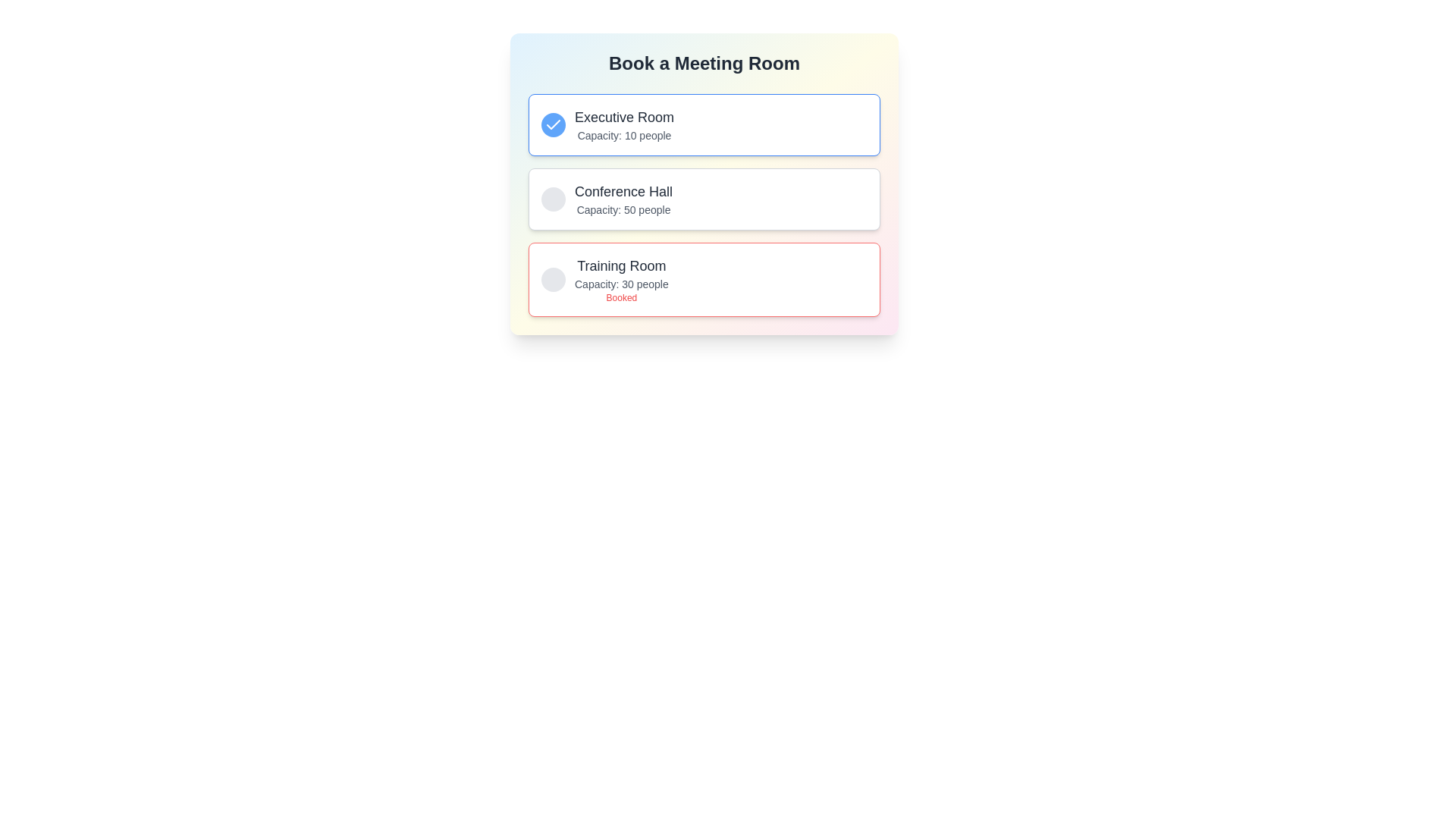  Describe the element at coordinates (607, 198) in the screenshot. I see `the informational text block that provides details about a meeting room, which is positioned between the 'Executive Room' and 'Training Room' cards` at that location.